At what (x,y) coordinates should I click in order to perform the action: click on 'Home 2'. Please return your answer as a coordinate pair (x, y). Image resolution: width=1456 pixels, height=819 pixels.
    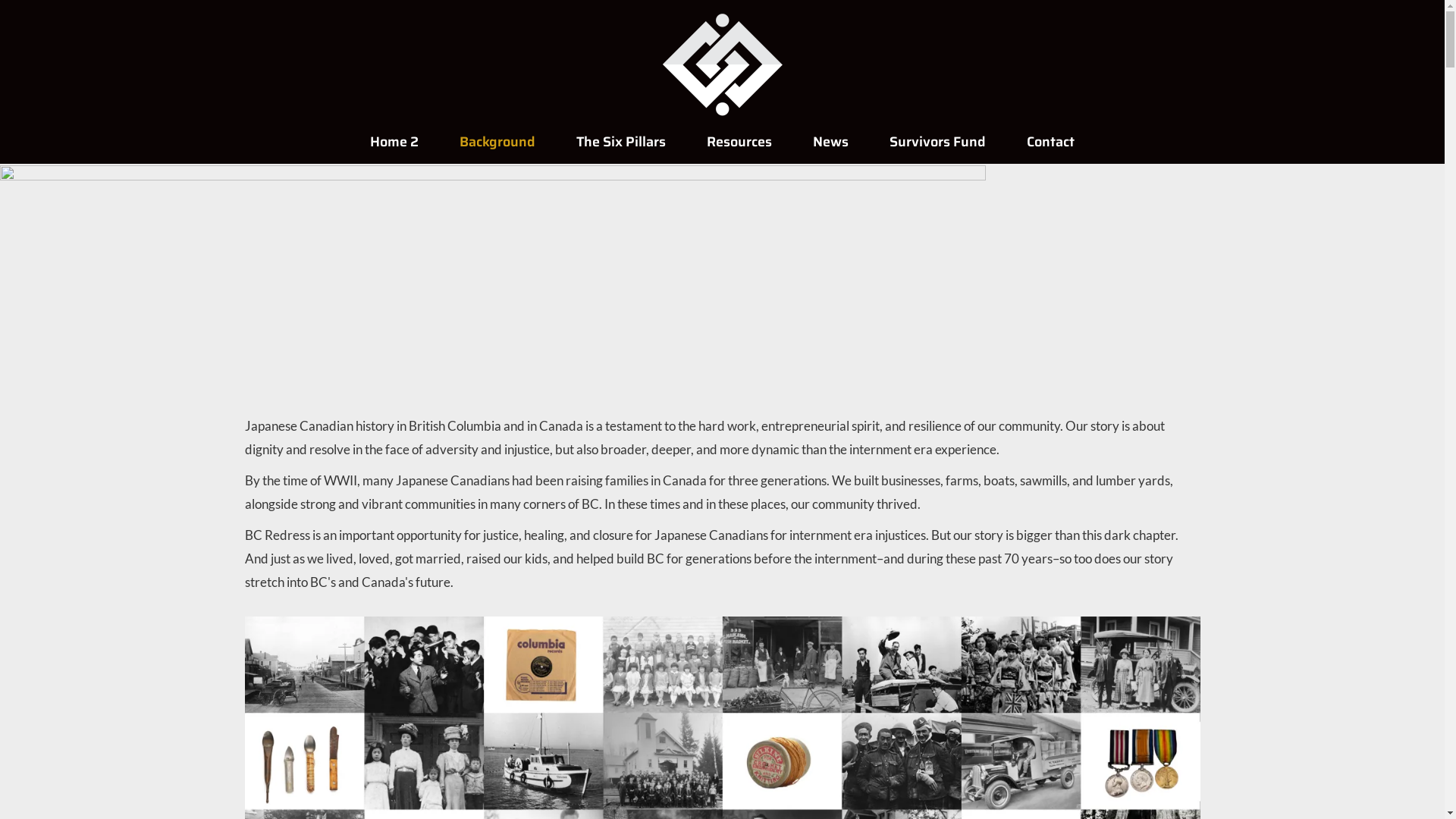
    Looking at the image, I should click on (394, 141).